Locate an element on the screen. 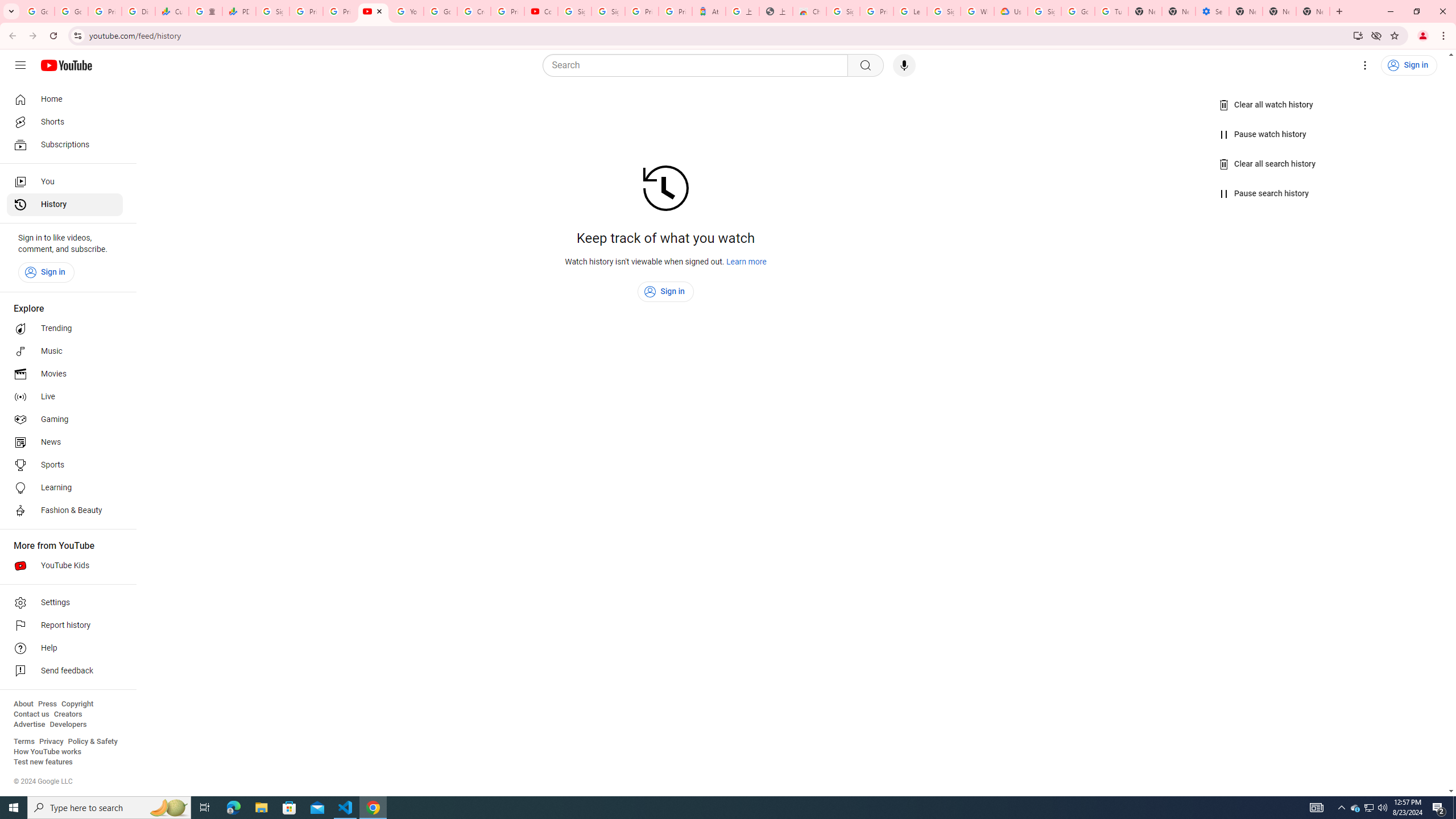  'Who are Google' is located at coordinates (976, 11).